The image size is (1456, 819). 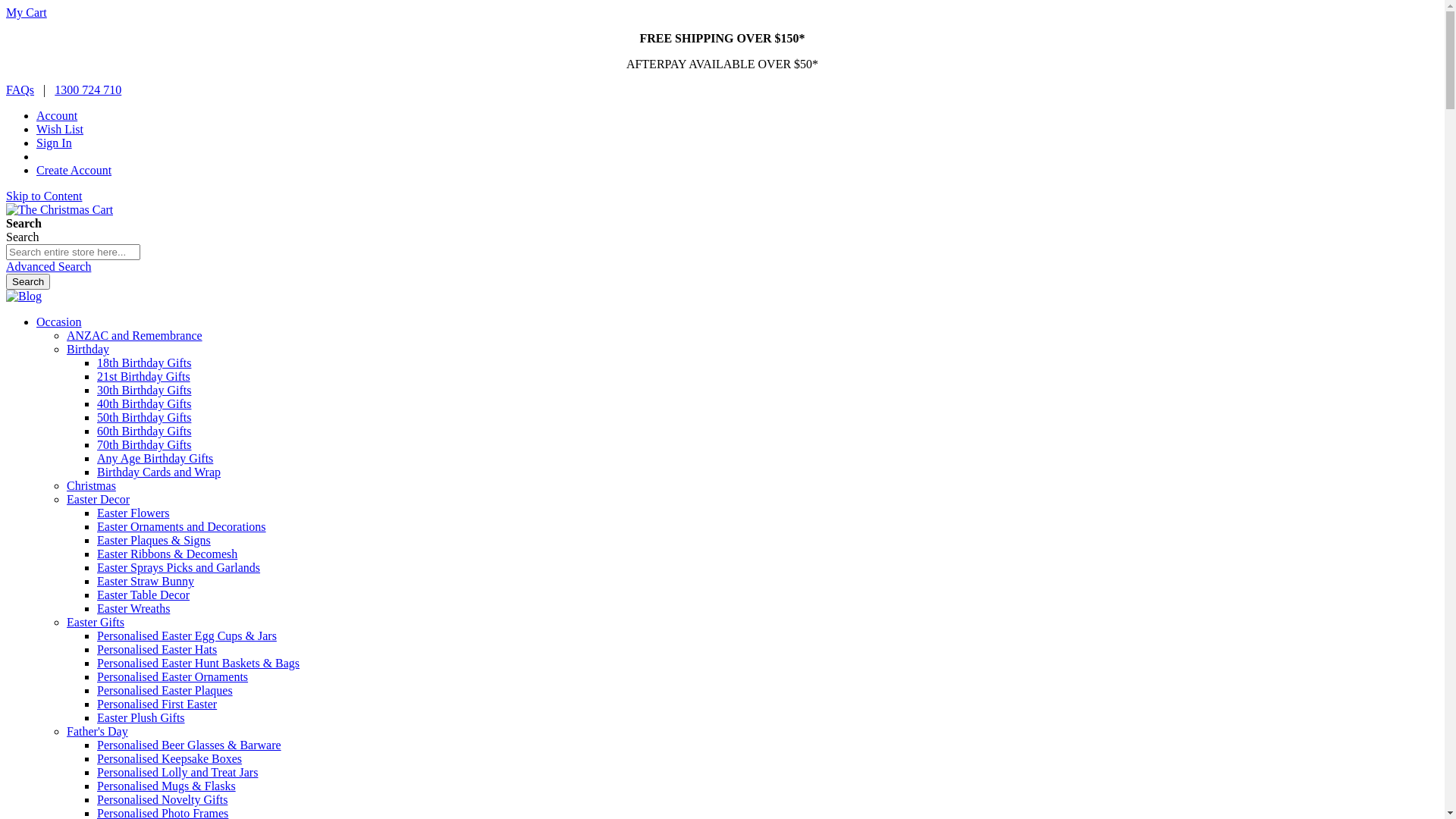 I want to click on 'Skip to Content', so click(x=43, y=195).